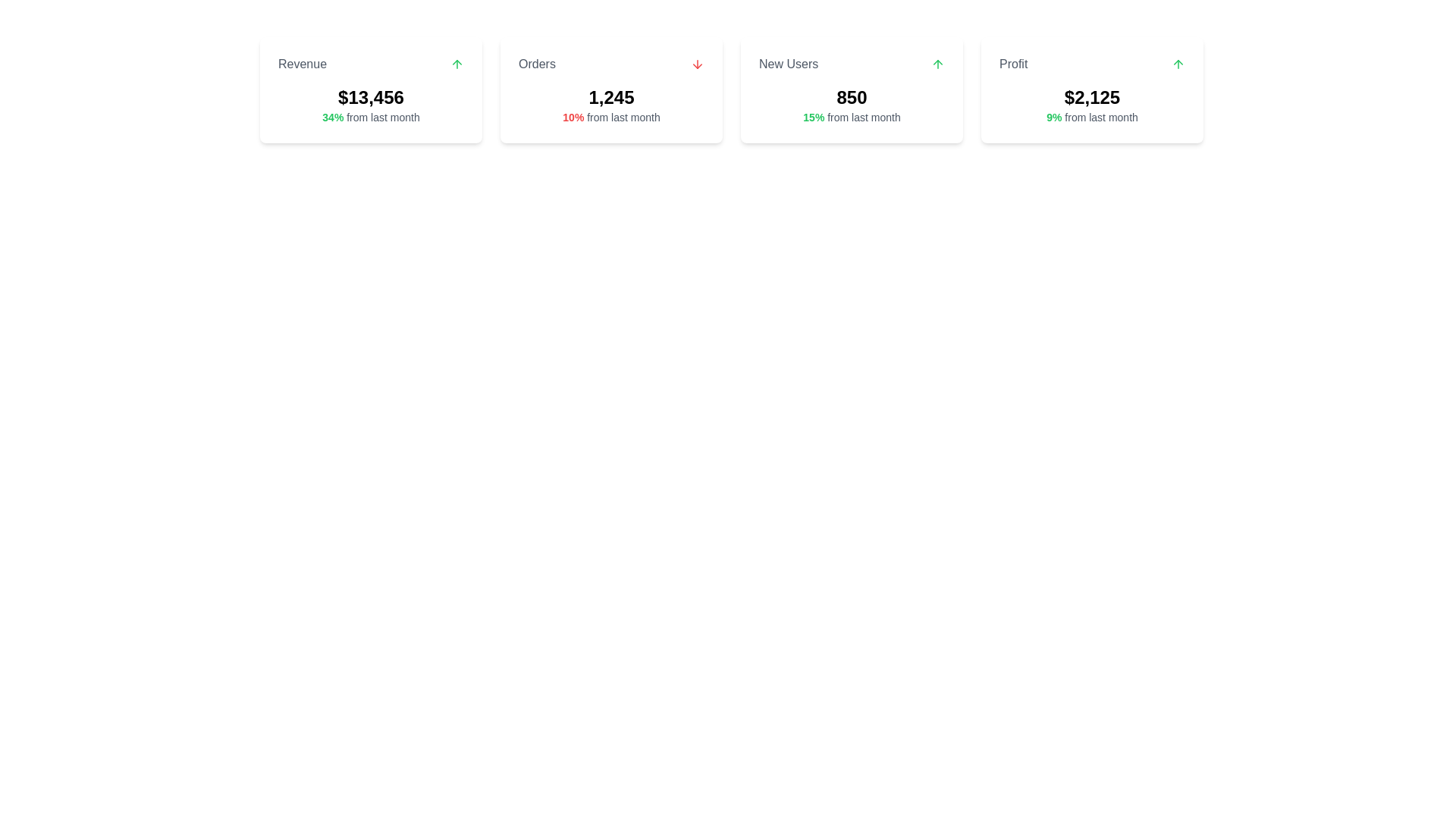 Image resolution: width=1456 pixels, height=819 pixels. Describe the element at coordinates (1092, 116) in the screenshot. I see `the text label indicating the percentage change in profit, located at the bottom of the 'Profit' card, below the '$2,125' text` at that location.